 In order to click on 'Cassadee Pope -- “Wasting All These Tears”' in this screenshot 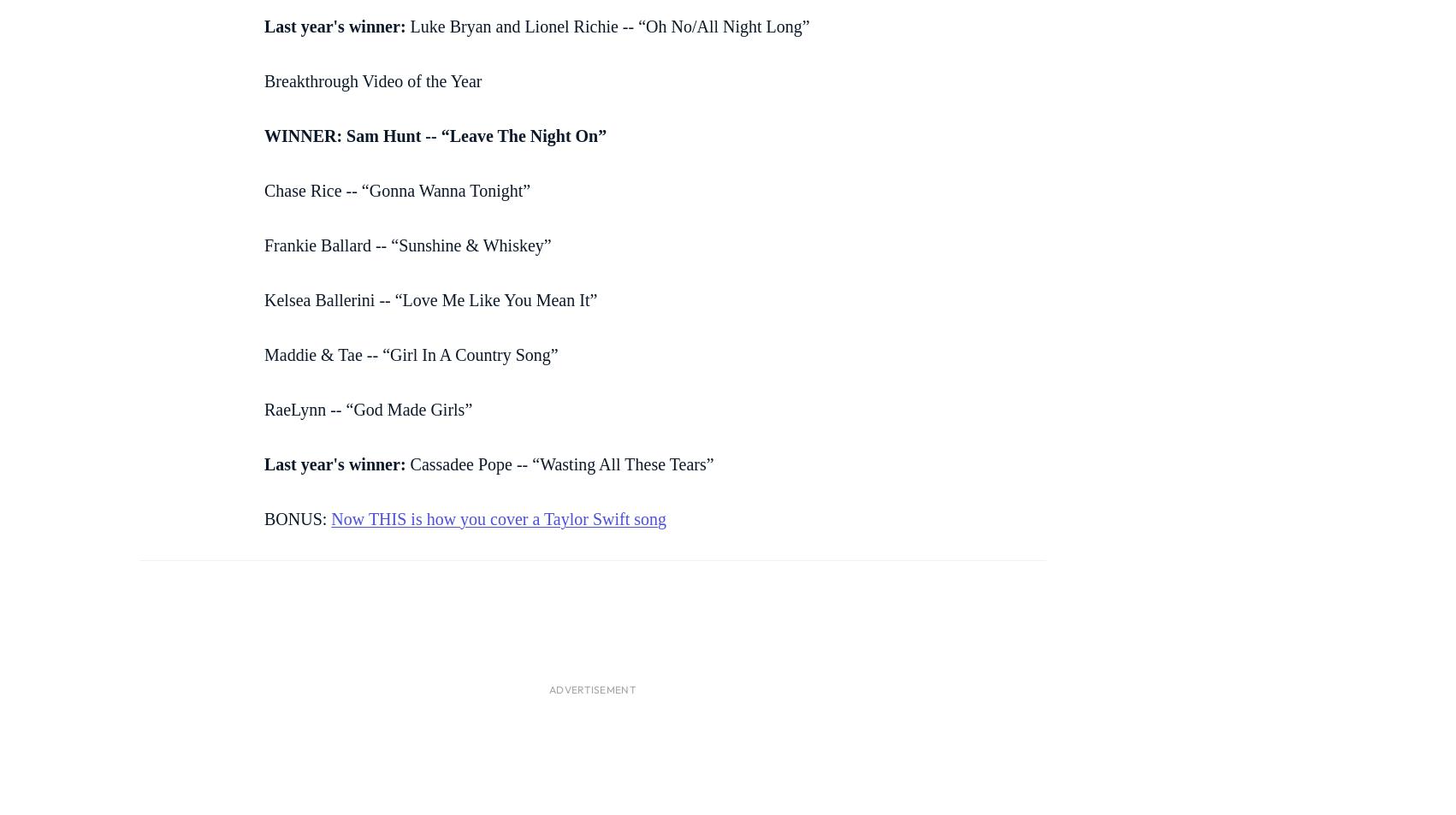, I will do `click(559, 463)`.